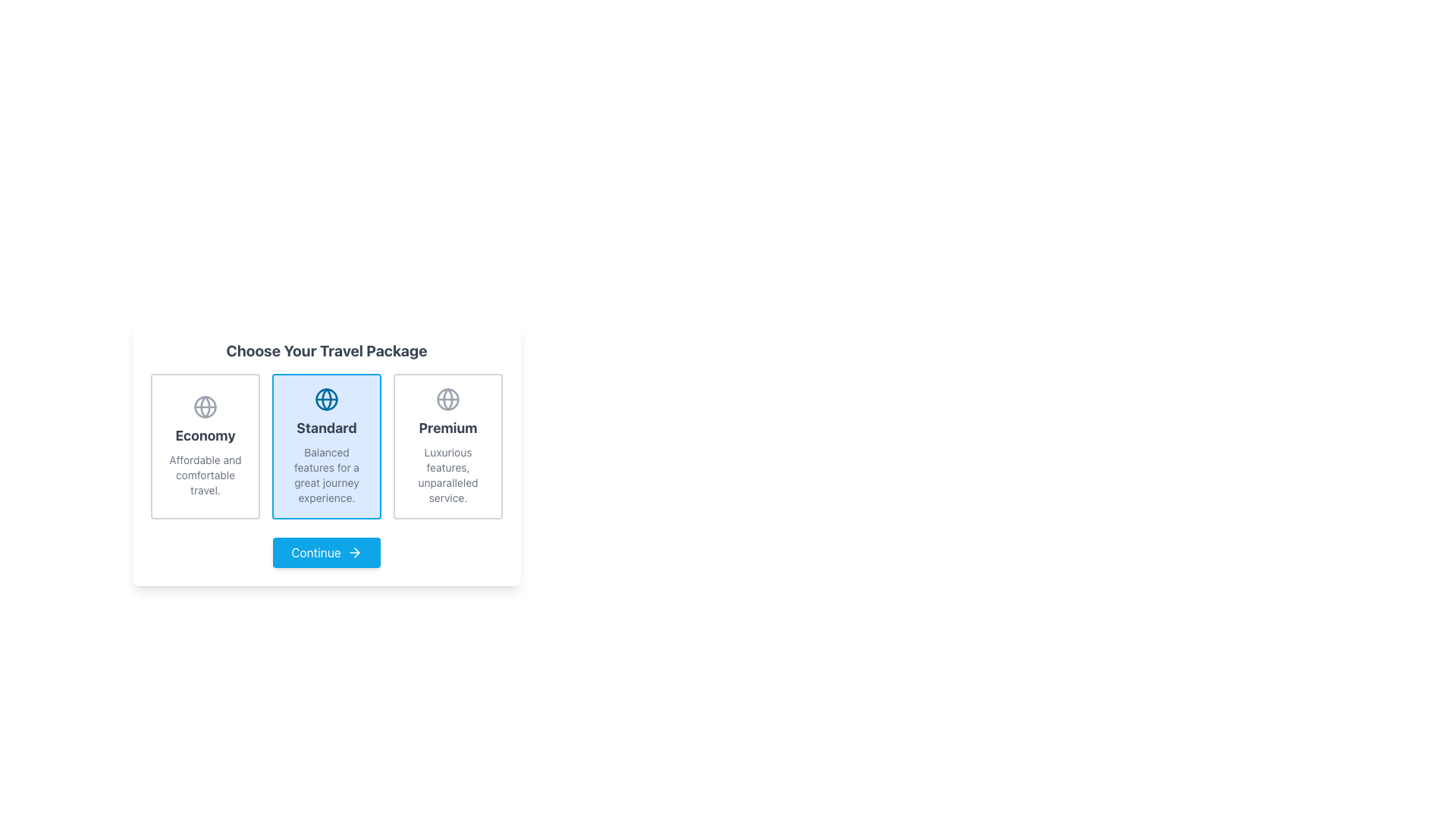  What do you see at coordinates (326, 446) in the screenshot?
I see `the 'Standard' tile in the grid layout` at bounding box center [326, 446].